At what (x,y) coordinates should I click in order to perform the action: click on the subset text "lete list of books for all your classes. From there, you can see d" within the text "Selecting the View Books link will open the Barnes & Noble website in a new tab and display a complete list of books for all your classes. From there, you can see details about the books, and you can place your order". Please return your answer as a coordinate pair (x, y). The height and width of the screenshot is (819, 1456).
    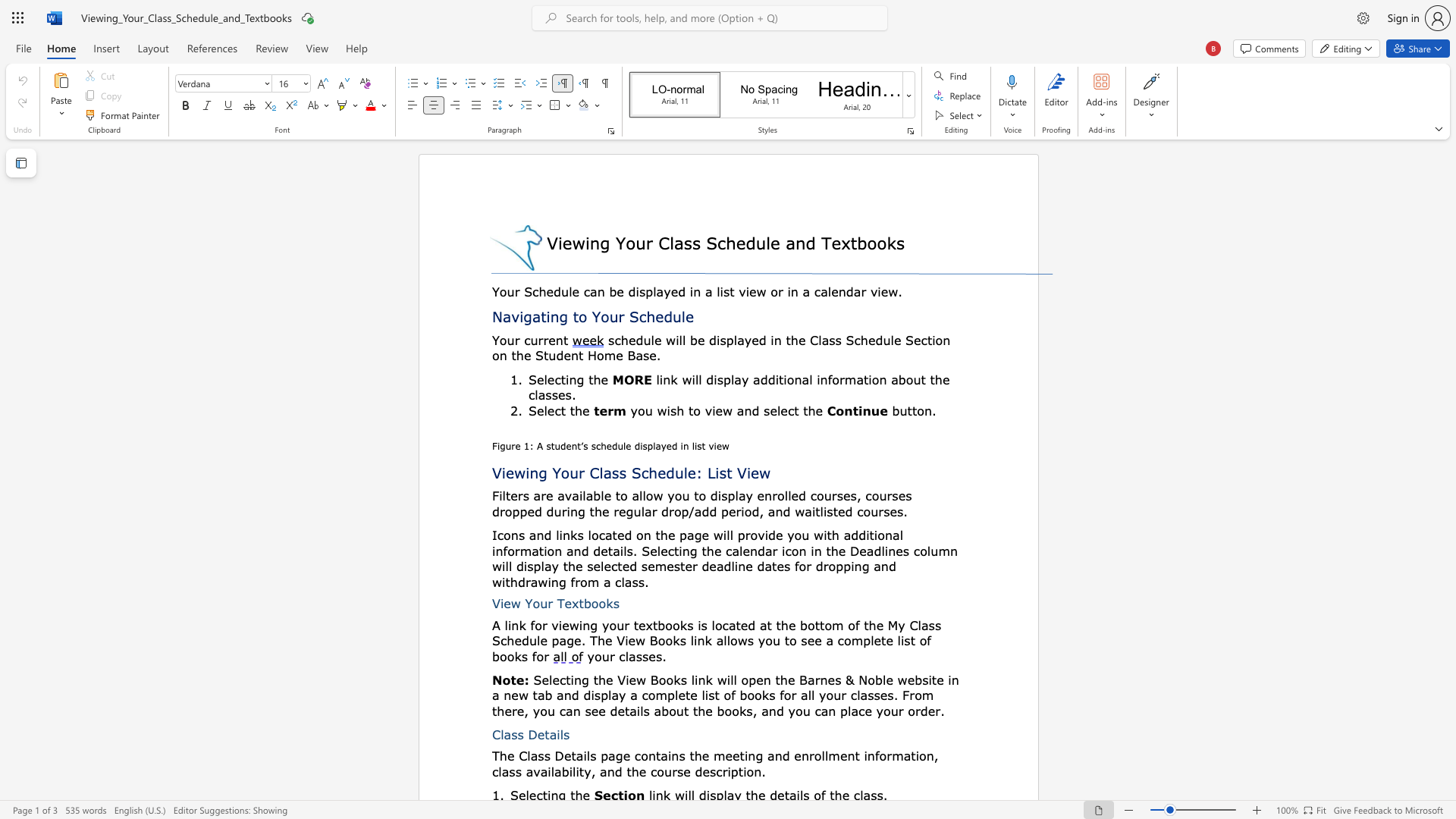
    Looking at the image, I should click on (673, 695).